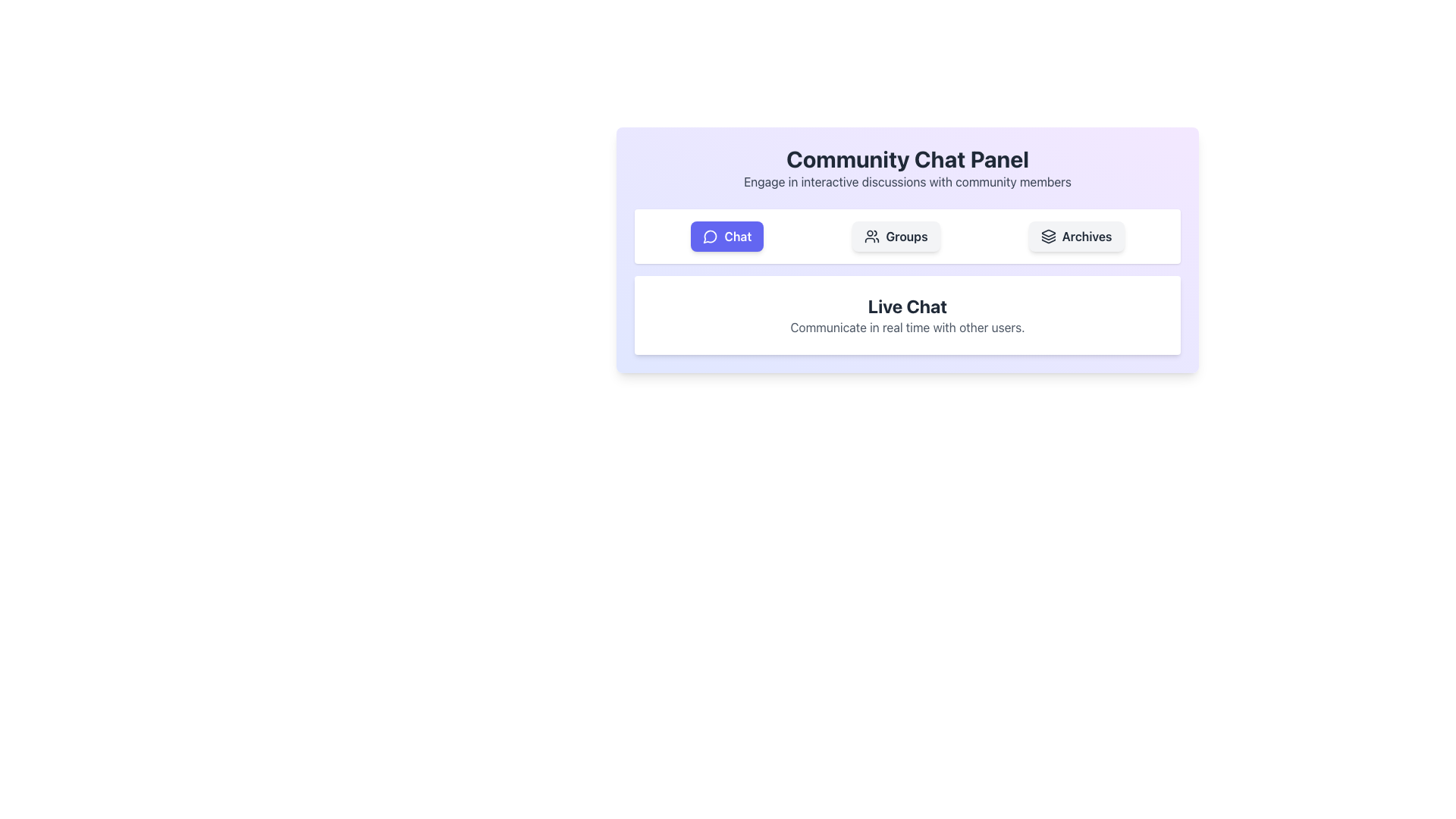 The height and width of the screenshot is (819, 1456). What do you see at coordinates (1047, 237) in the screenshot?
I see `the decorative 'Archives' icon located to the left of the 'Archives' button, which is the third button in a horizontal row of three, enhancing user recognition` at bounding box center [1047, 237].